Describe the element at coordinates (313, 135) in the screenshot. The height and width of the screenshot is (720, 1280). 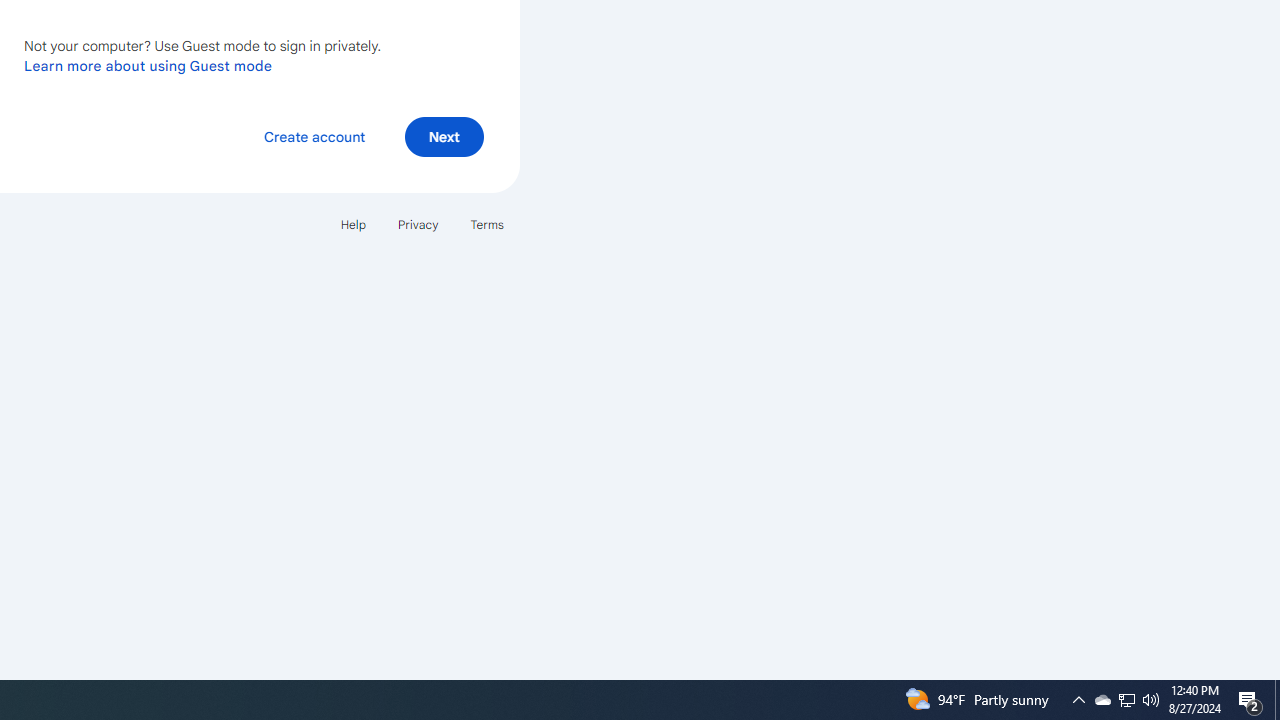
I see `'Create account'` at that location.